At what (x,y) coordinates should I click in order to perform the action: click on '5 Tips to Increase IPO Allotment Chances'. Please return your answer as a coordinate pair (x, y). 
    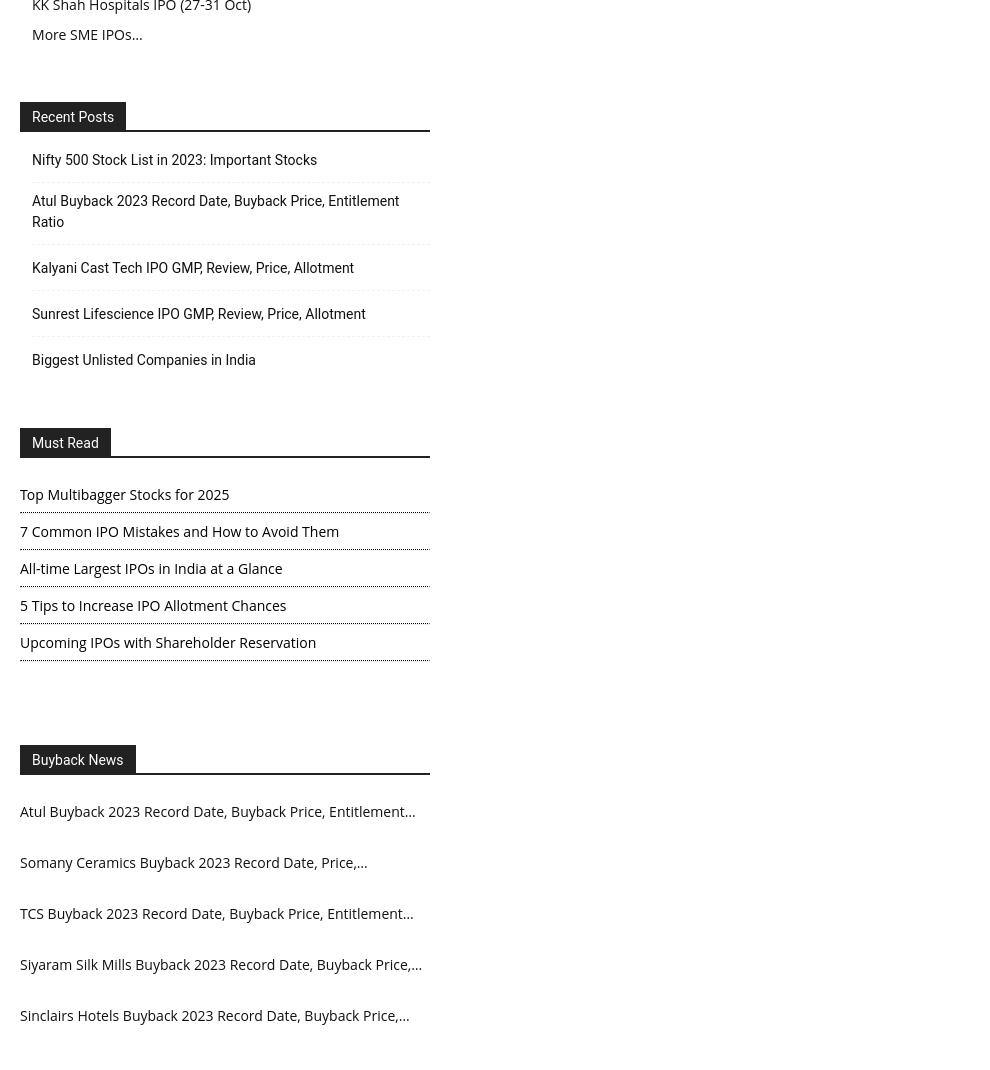
    Looking at the image, I should click on (152, 603).